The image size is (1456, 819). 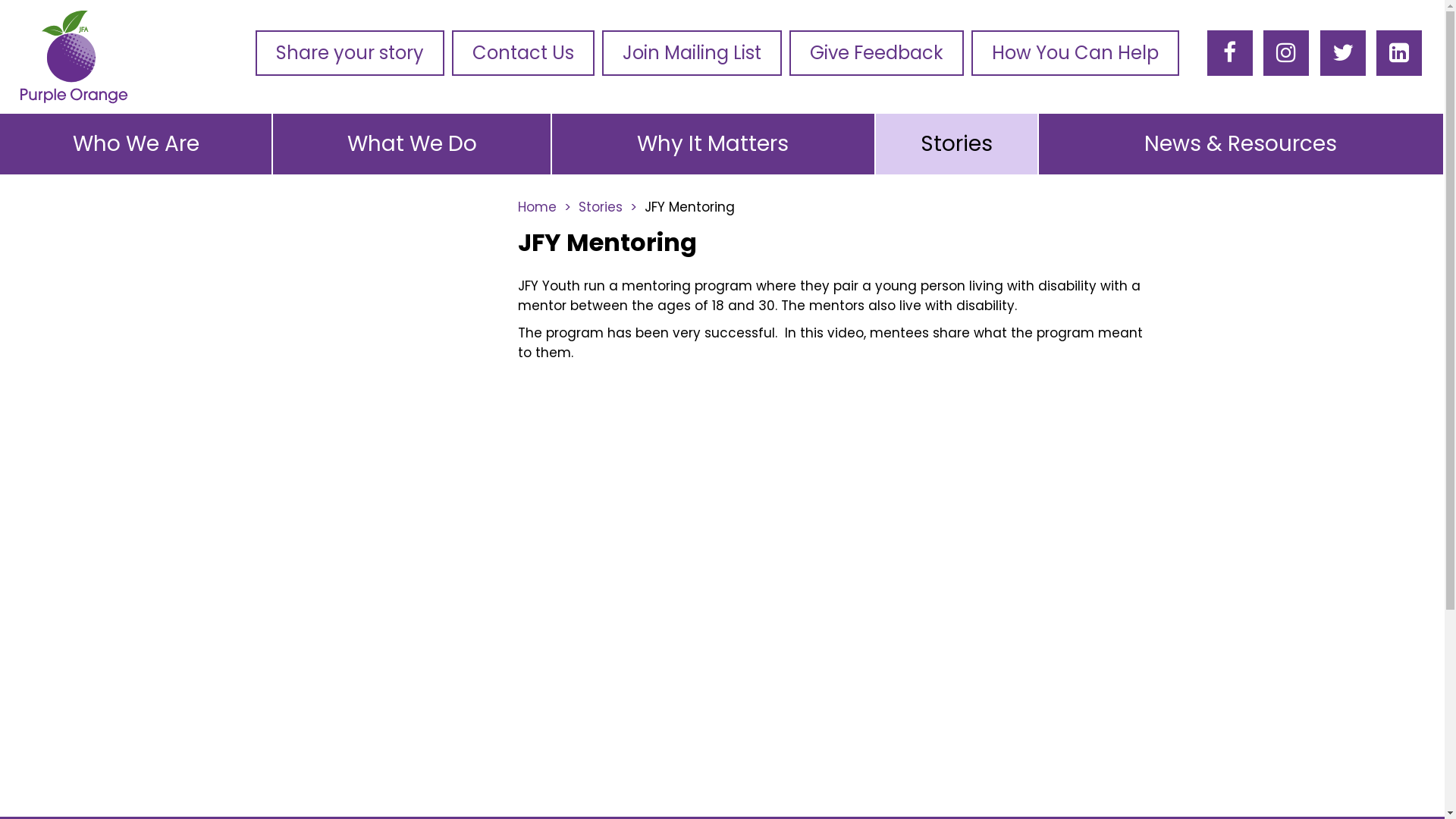 I want to click on 'Twitter', so click(x=1343, y=52).